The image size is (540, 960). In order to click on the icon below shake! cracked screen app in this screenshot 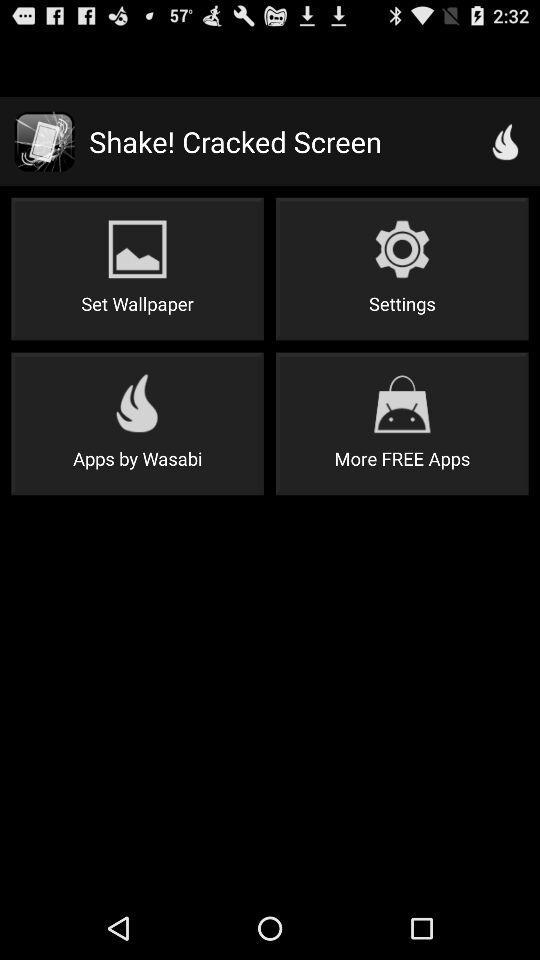, I will do `click(136, 268)`.